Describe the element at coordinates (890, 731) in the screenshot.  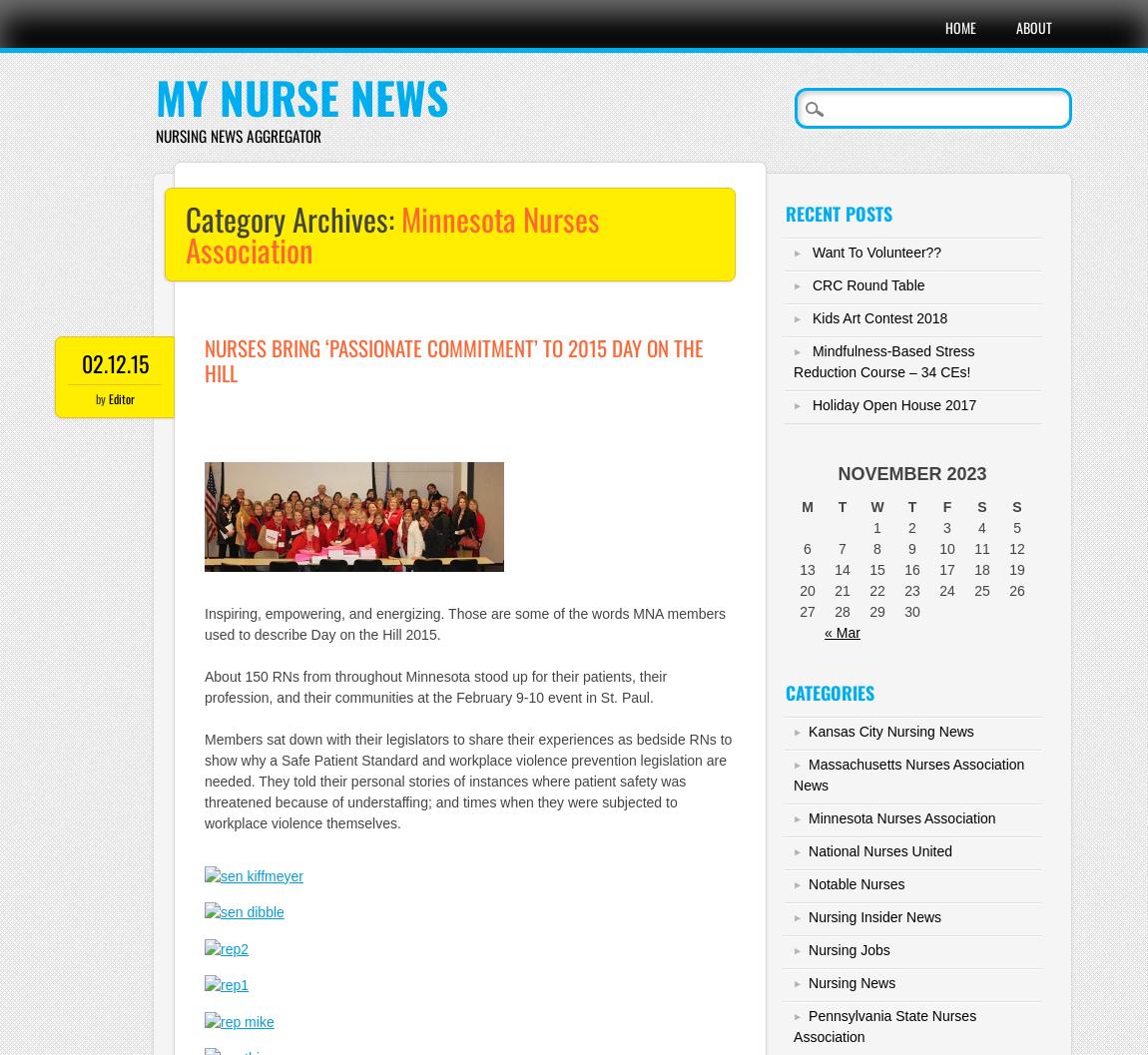
I see `'Kansas City Nursing News'` at that location.